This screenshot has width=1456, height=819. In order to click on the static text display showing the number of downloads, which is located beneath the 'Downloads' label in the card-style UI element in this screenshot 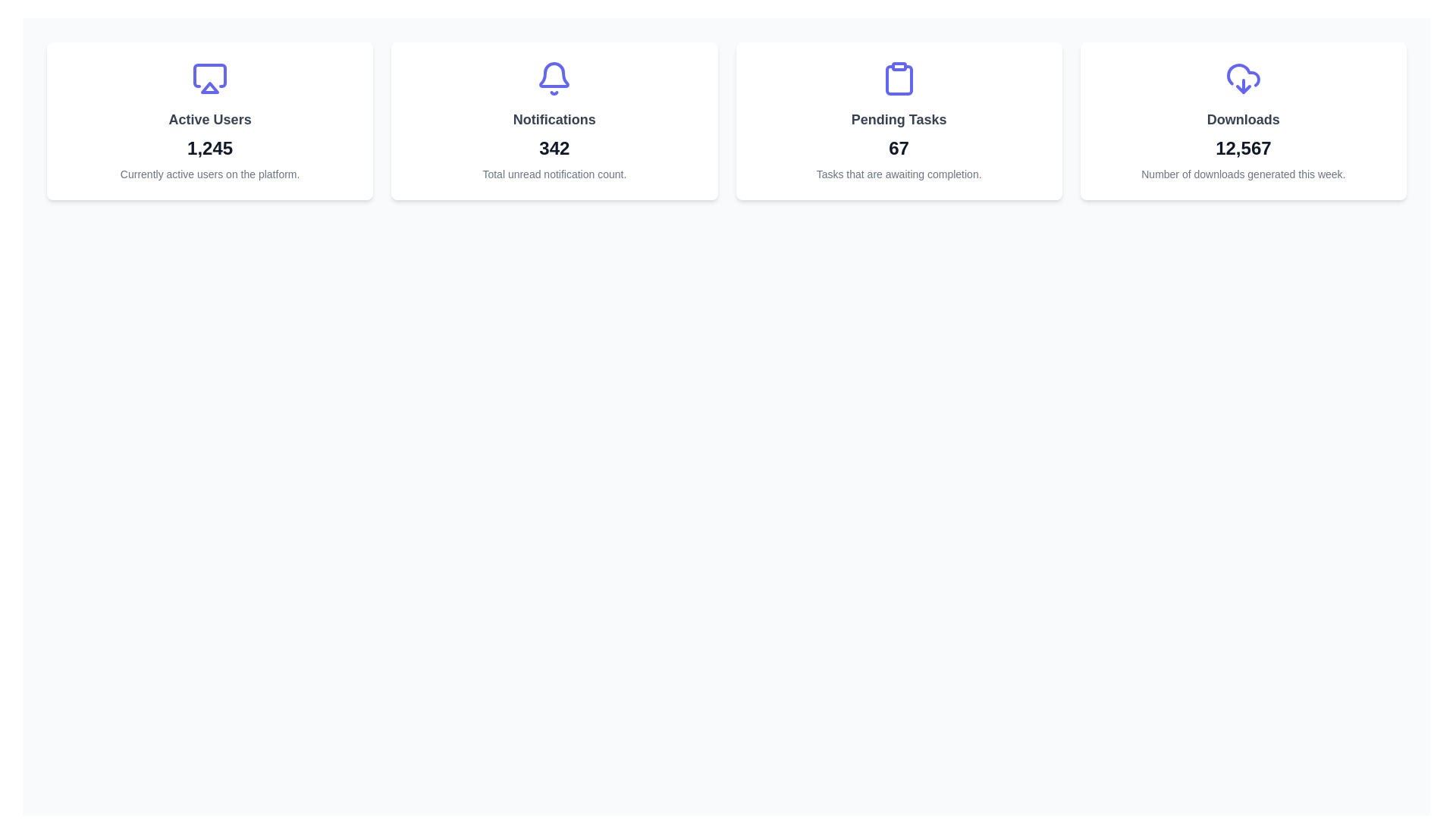, I will do `click(1243, 149)`.